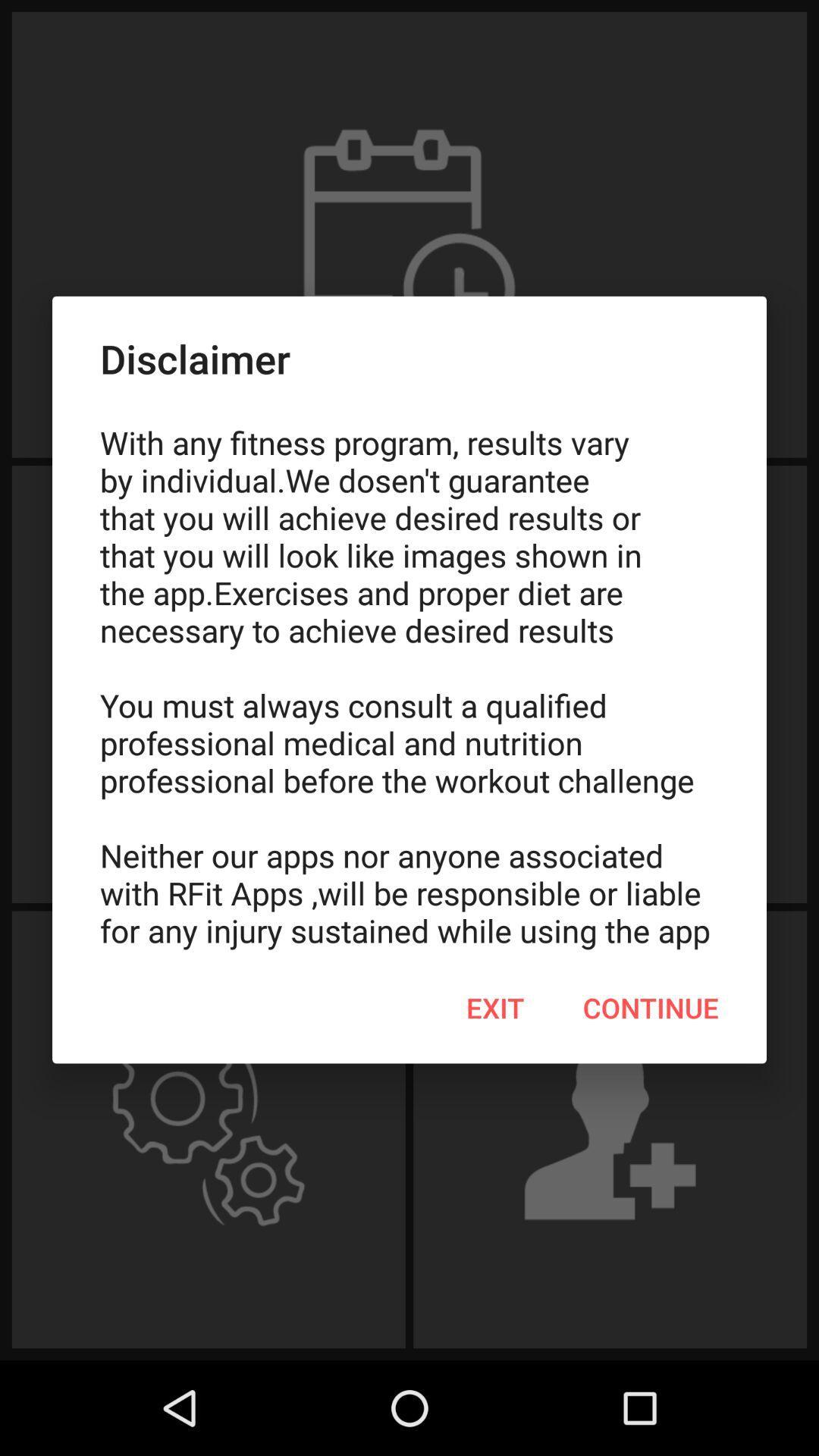 This screenshot has height=1456, width=819. Describe the element at coordinates (650, 1008) in the screenshot. I see `the continue item` at that location.